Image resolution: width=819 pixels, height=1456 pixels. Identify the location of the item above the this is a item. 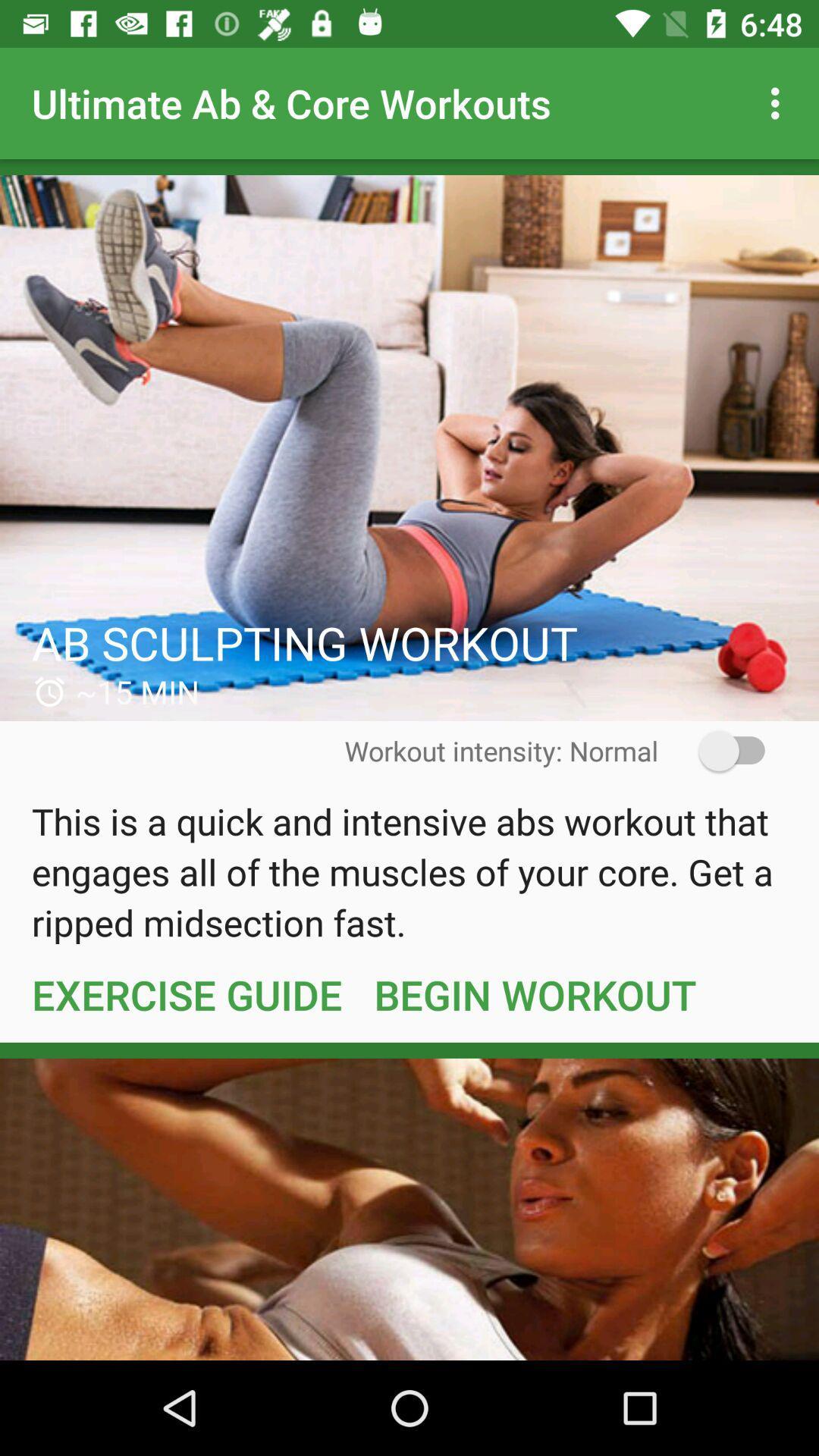
(721, 751).